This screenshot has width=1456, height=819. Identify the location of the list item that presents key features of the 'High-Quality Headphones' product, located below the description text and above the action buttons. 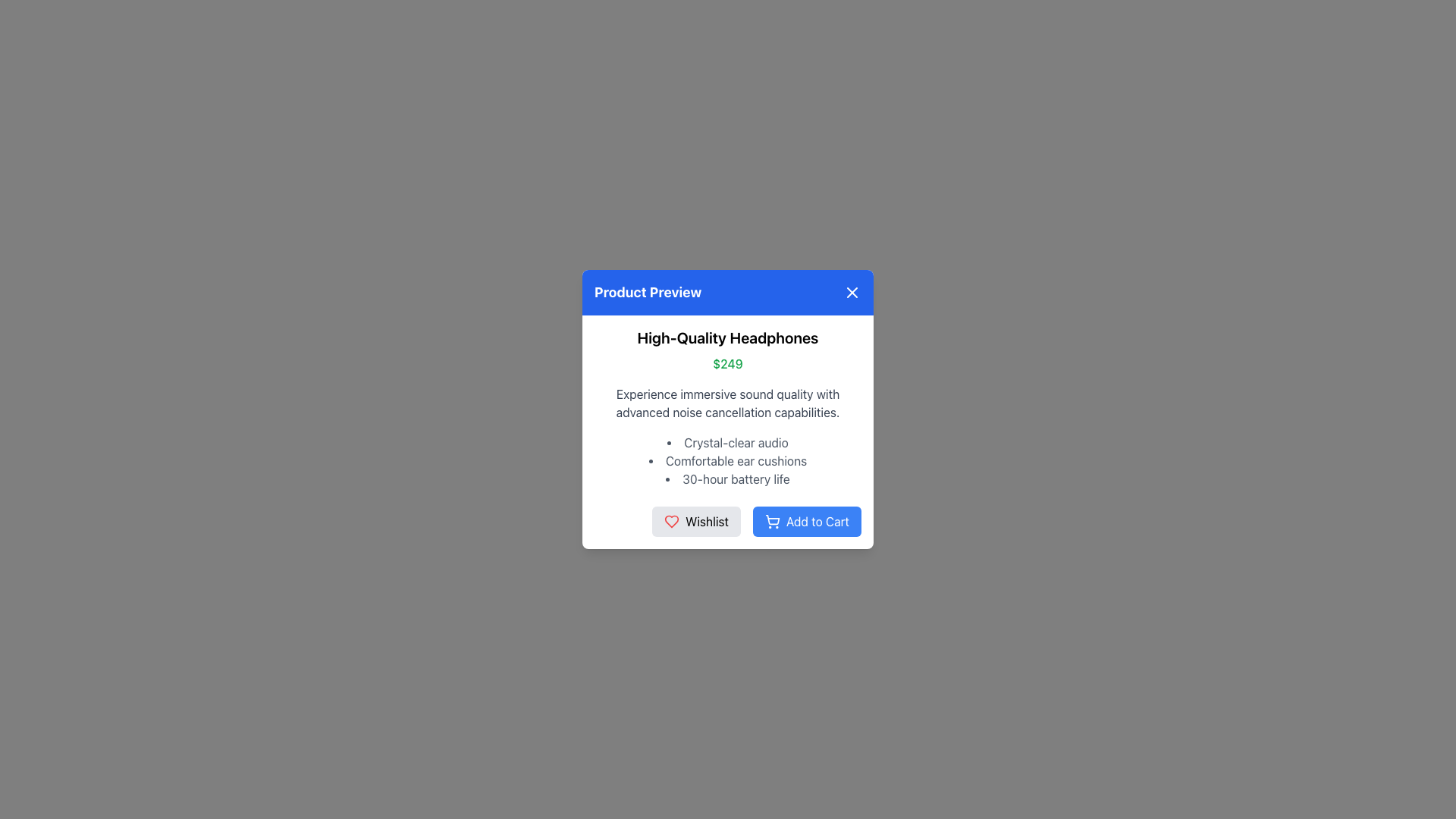
(728, 460).